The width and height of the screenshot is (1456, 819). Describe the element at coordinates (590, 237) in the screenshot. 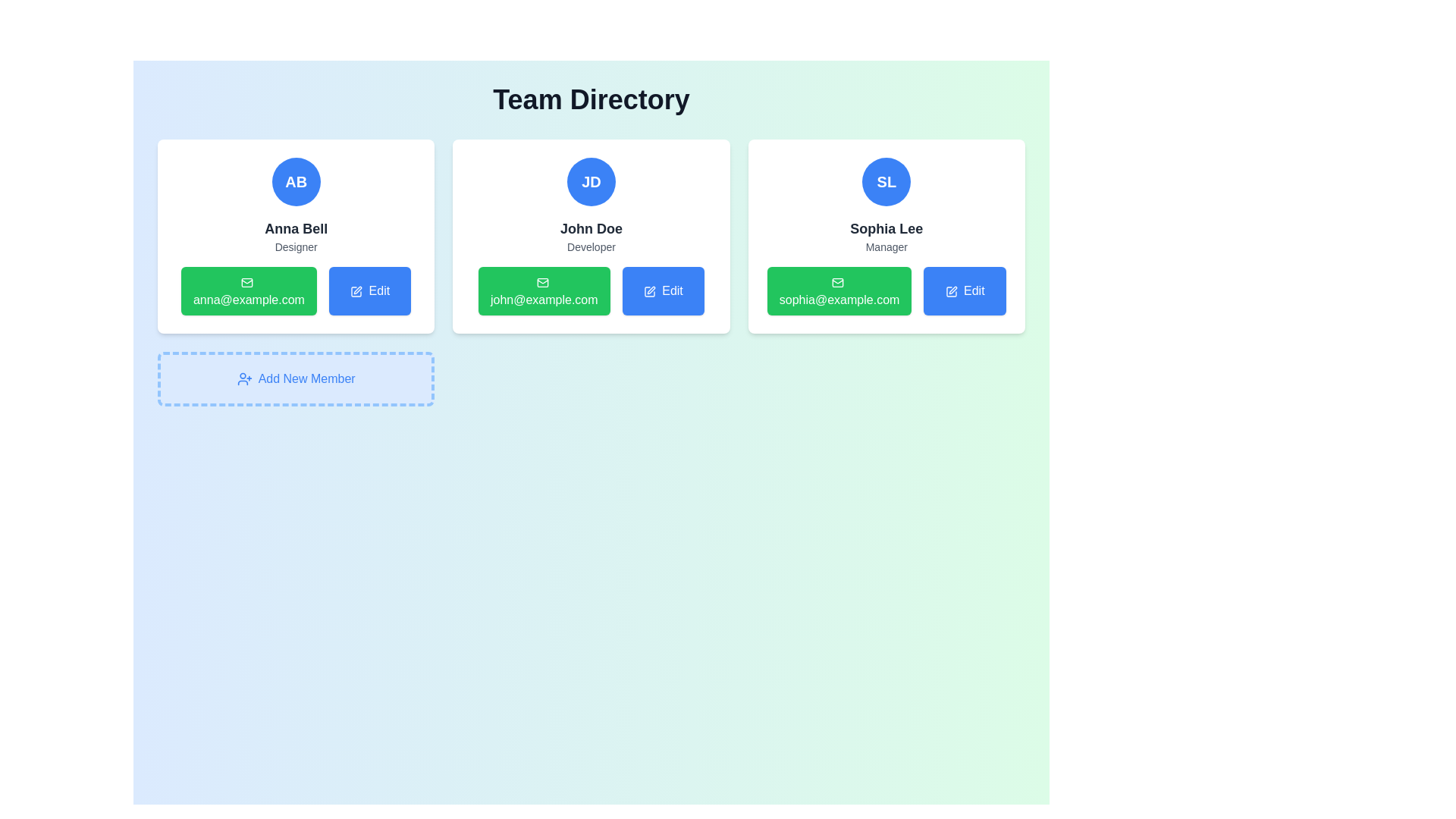

I see `the Text Display element that shows the name and role of the individual associated with the card, located in the middle card among three cards, directly below the circular avatar and above the buttons labeled 'john@example.com' and 'Edit'` at that location.